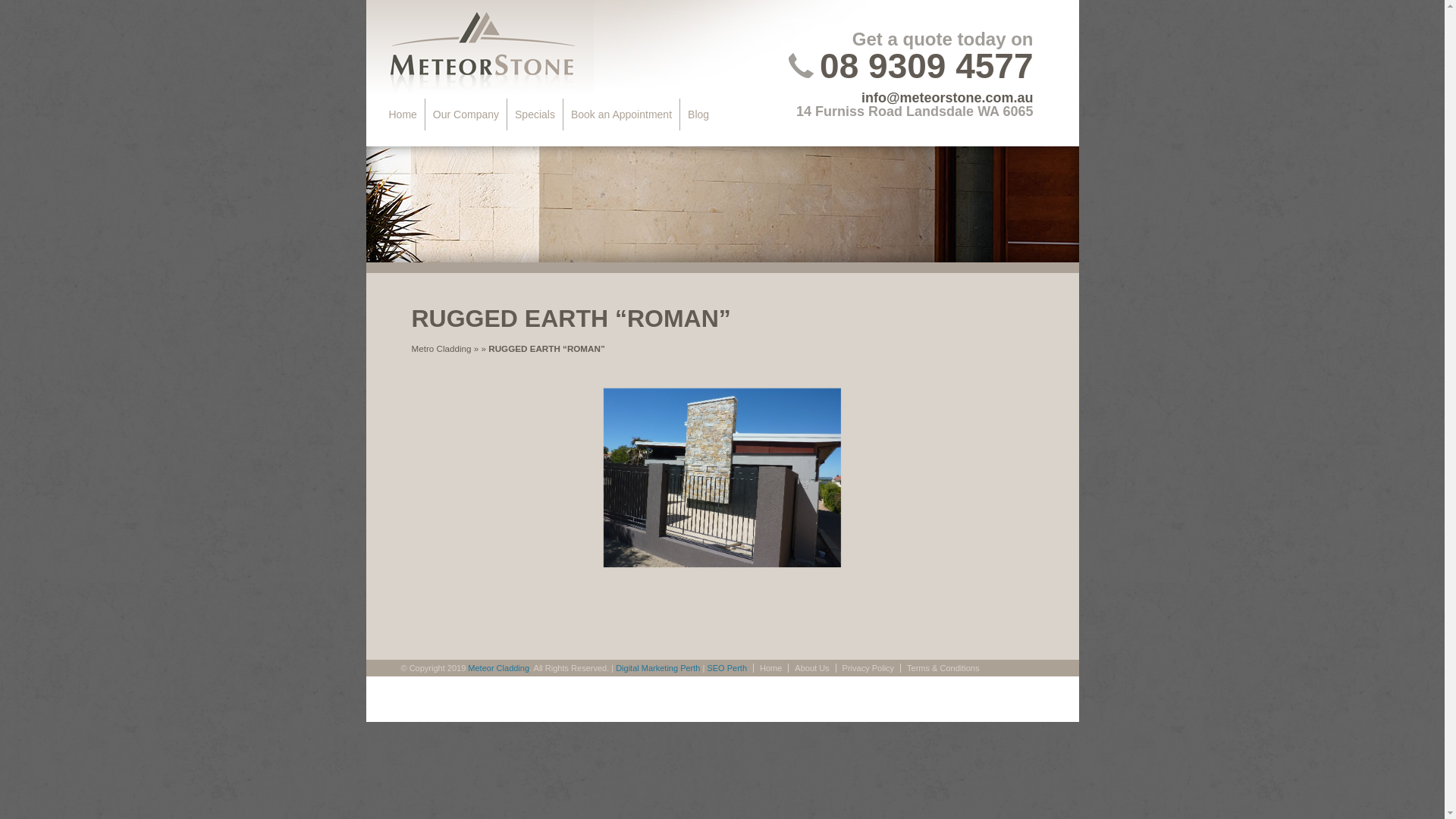 This screenshot has width=1456, height=819. Describe the element at coordinates (657, 667) in the screenshot. I see `'Digital Marketing Perth'` at that location.